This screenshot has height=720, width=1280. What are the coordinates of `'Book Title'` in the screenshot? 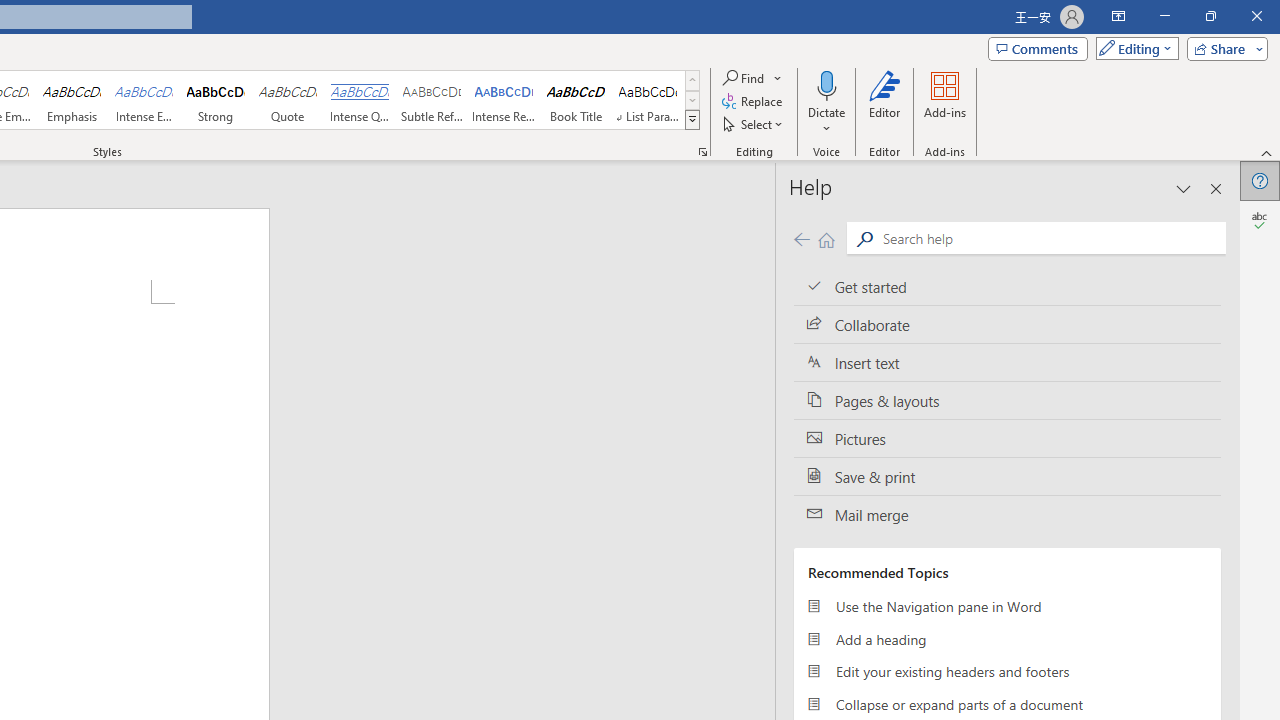 It's located at (575, 100).